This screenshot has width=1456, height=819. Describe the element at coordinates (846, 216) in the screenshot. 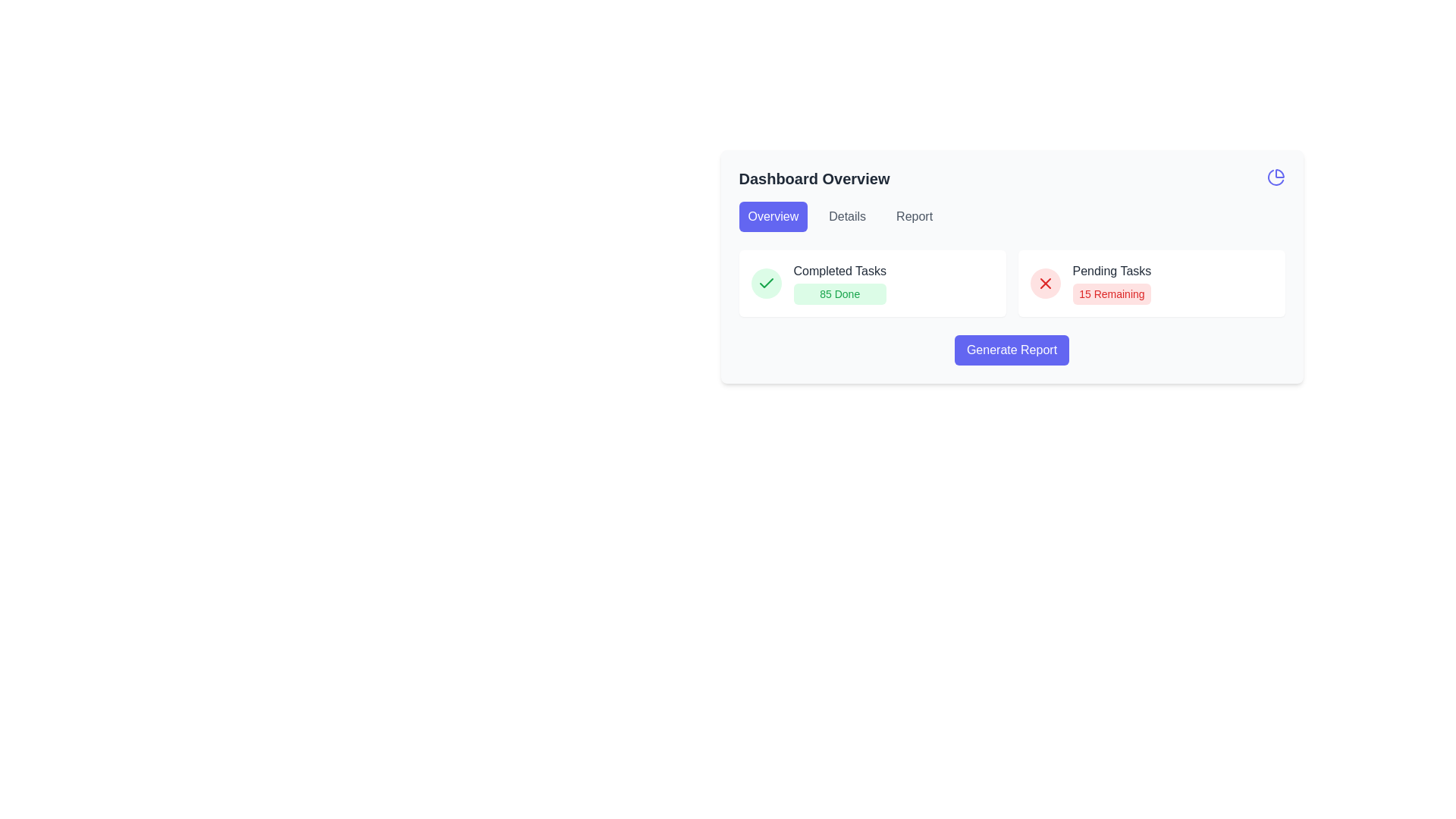

I see `the 'Details' button, which is a rectangular button with a rounded border and medium gray text, located between the 'Overview' and 'Report' buttons` at that location.